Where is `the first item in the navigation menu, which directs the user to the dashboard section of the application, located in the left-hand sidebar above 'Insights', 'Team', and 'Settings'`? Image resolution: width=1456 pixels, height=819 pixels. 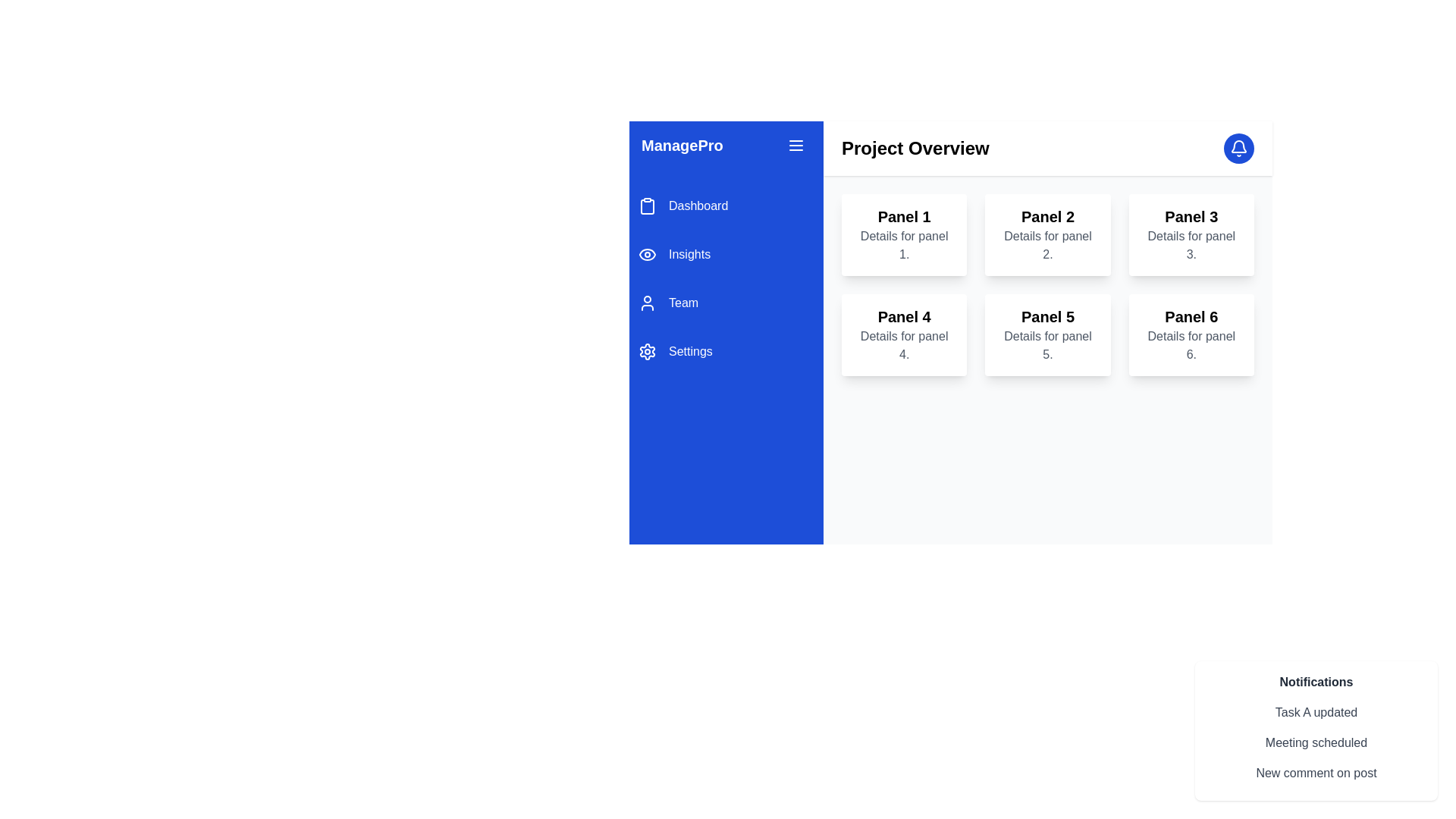
the first item in the navigation menu, which directs the user to the dashboard section of the application, located in the left-hand sidebar above 'Insights', 'Team', and 'Settings' is located at coordinates (726, 206).